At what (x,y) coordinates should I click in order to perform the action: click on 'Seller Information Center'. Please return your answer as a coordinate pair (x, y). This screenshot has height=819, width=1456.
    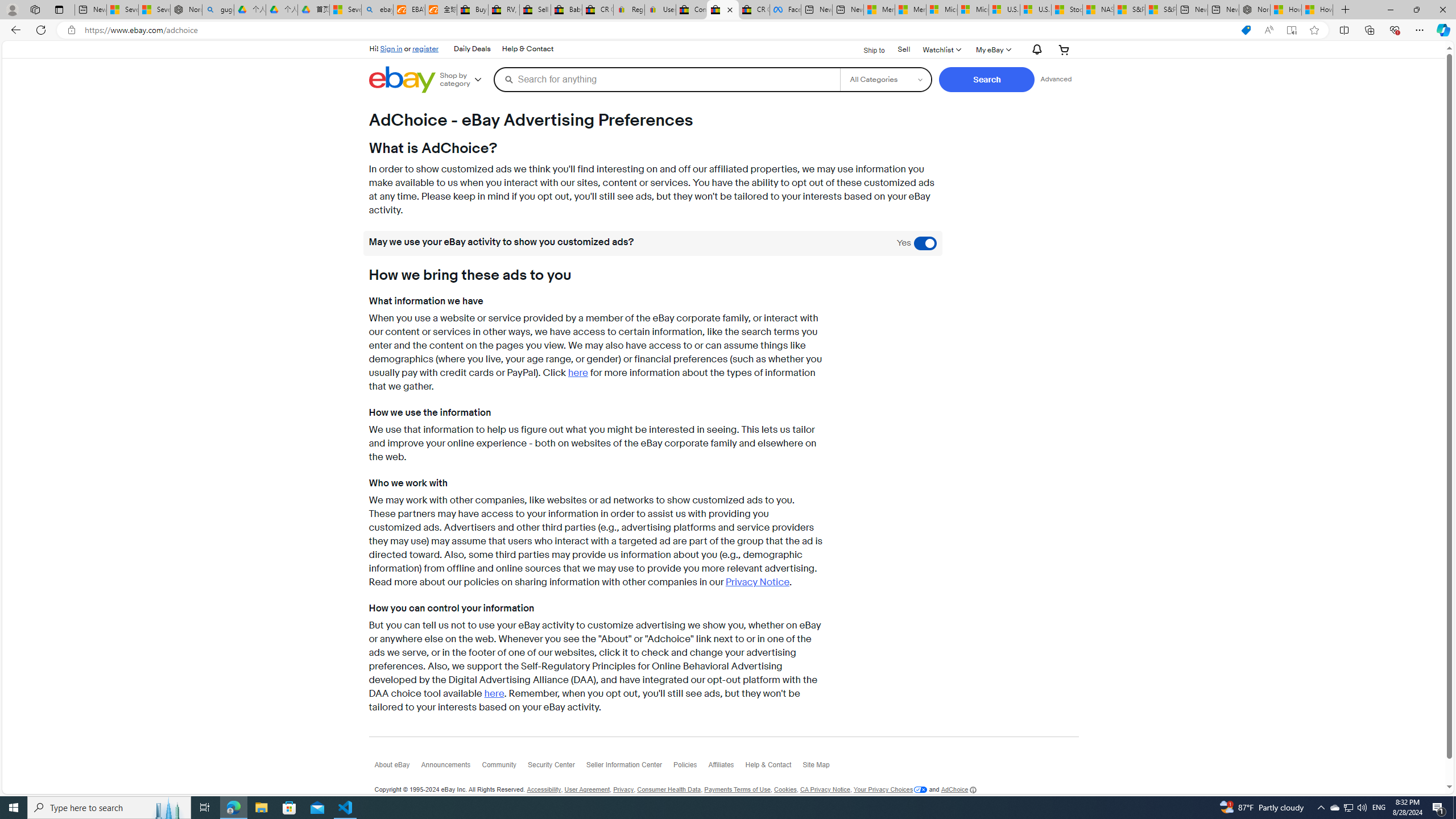
    Looking at the image, I should click on (629, 767).